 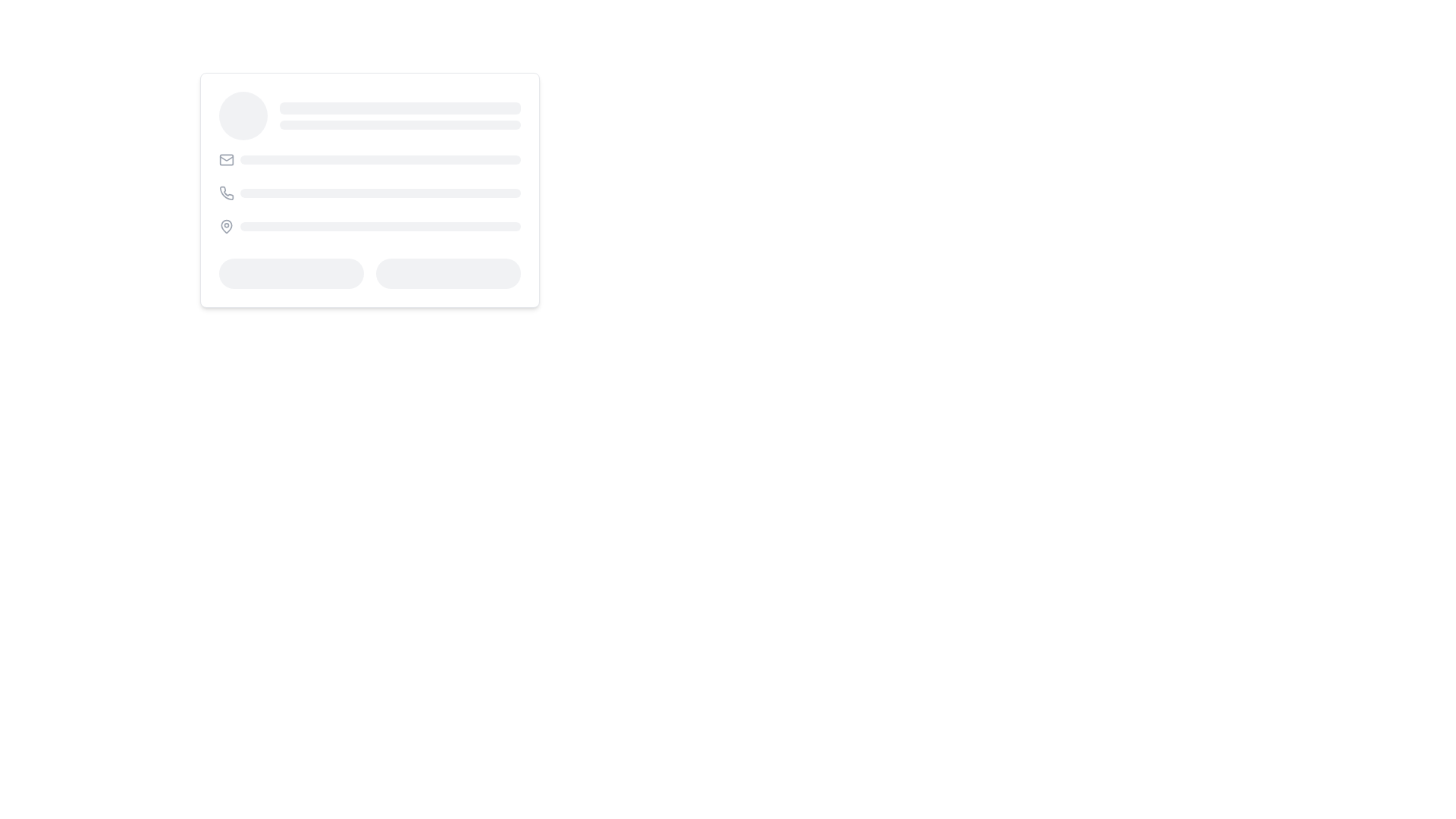 I want to click on the vertical list of skeleton placeholder rows indicating loading states for textual content, which is positioned centrally within a card layout, so click(x=370, y=192).